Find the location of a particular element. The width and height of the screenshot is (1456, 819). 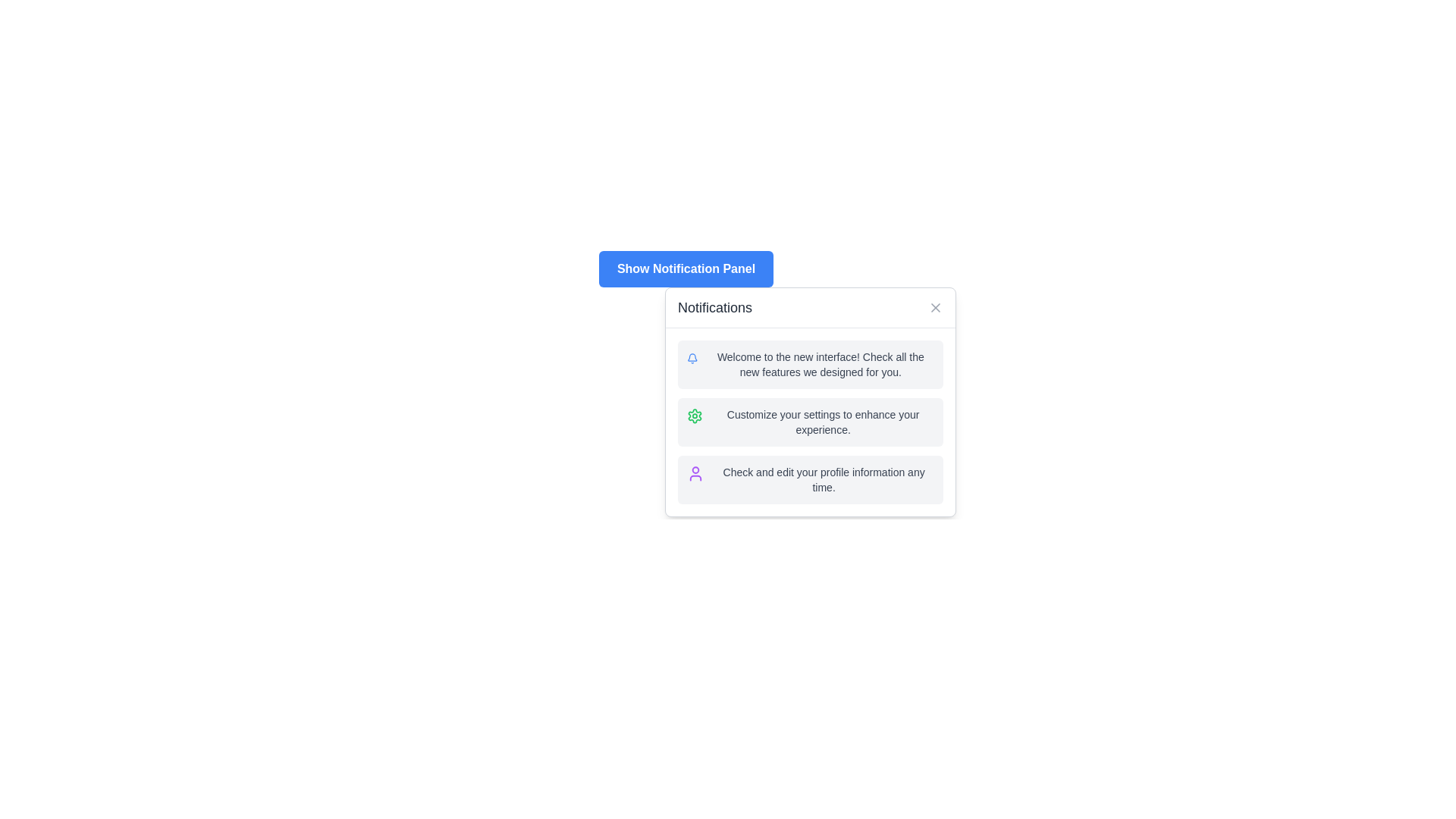

notification text in the first notification entry featuring a light gray background and a blue notification bell icon, which contains the message 'Welcome to the new interface! Check all the new features we designed for you.' is located at coordinates (810, 365).